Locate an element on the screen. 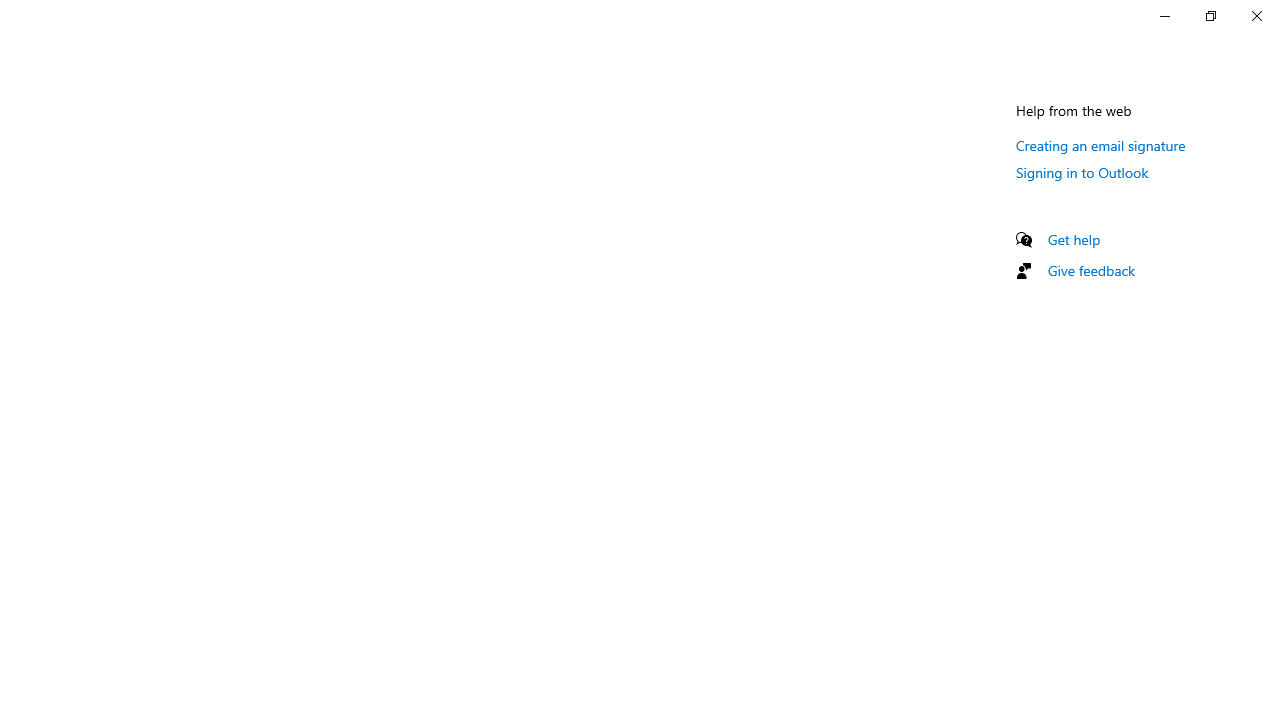 Image resolution: width=1280 pixels, height=720 pixels. 'Get help' is located at coordinates (1073, 238).